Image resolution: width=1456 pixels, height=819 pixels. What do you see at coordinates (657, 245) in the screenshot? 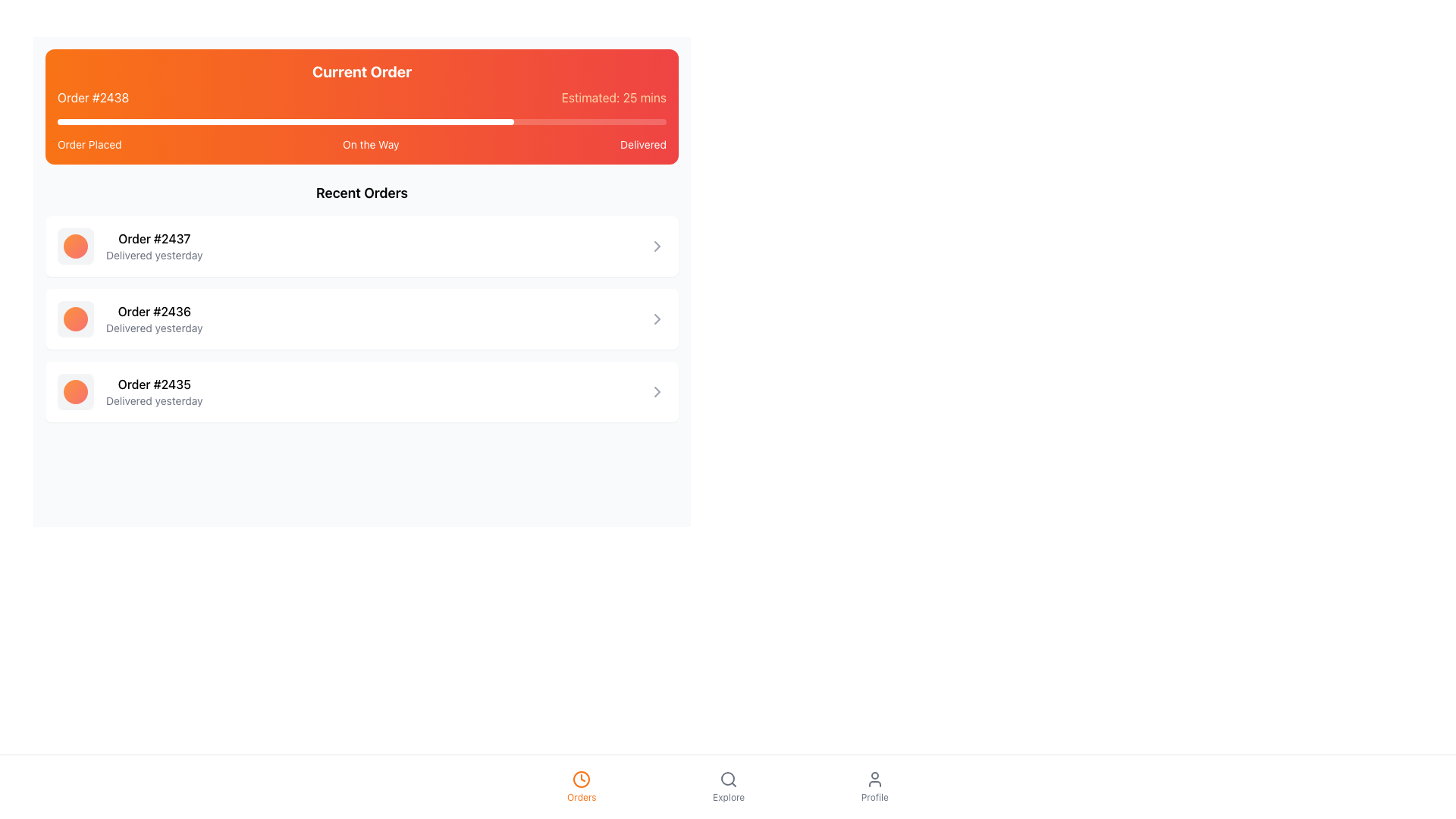
I see `the chevron icon on the far-right side of the 'Order #2437' section` at bounding box center [657, 245].